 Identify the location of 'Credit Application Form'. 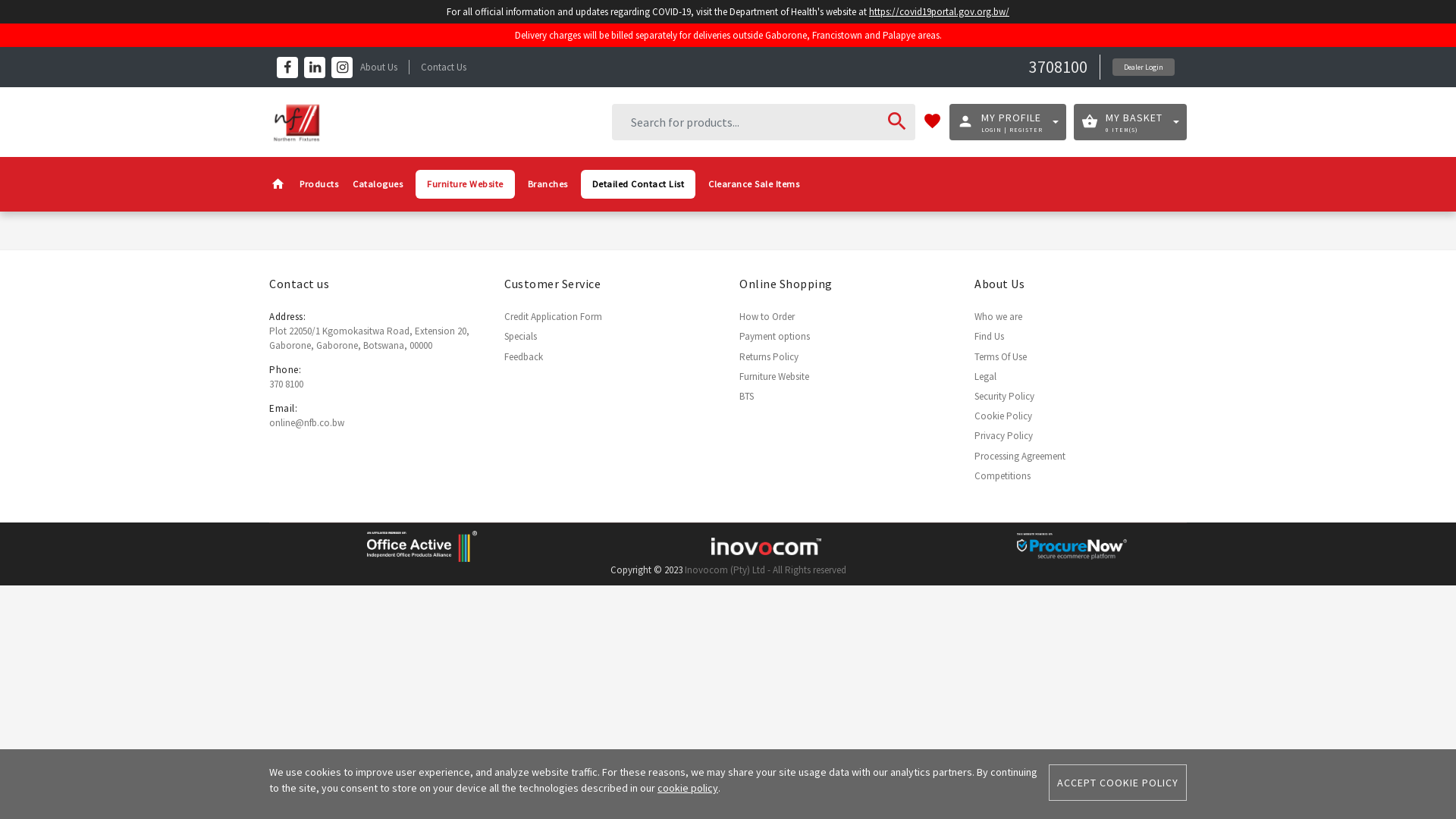
(552, 315).